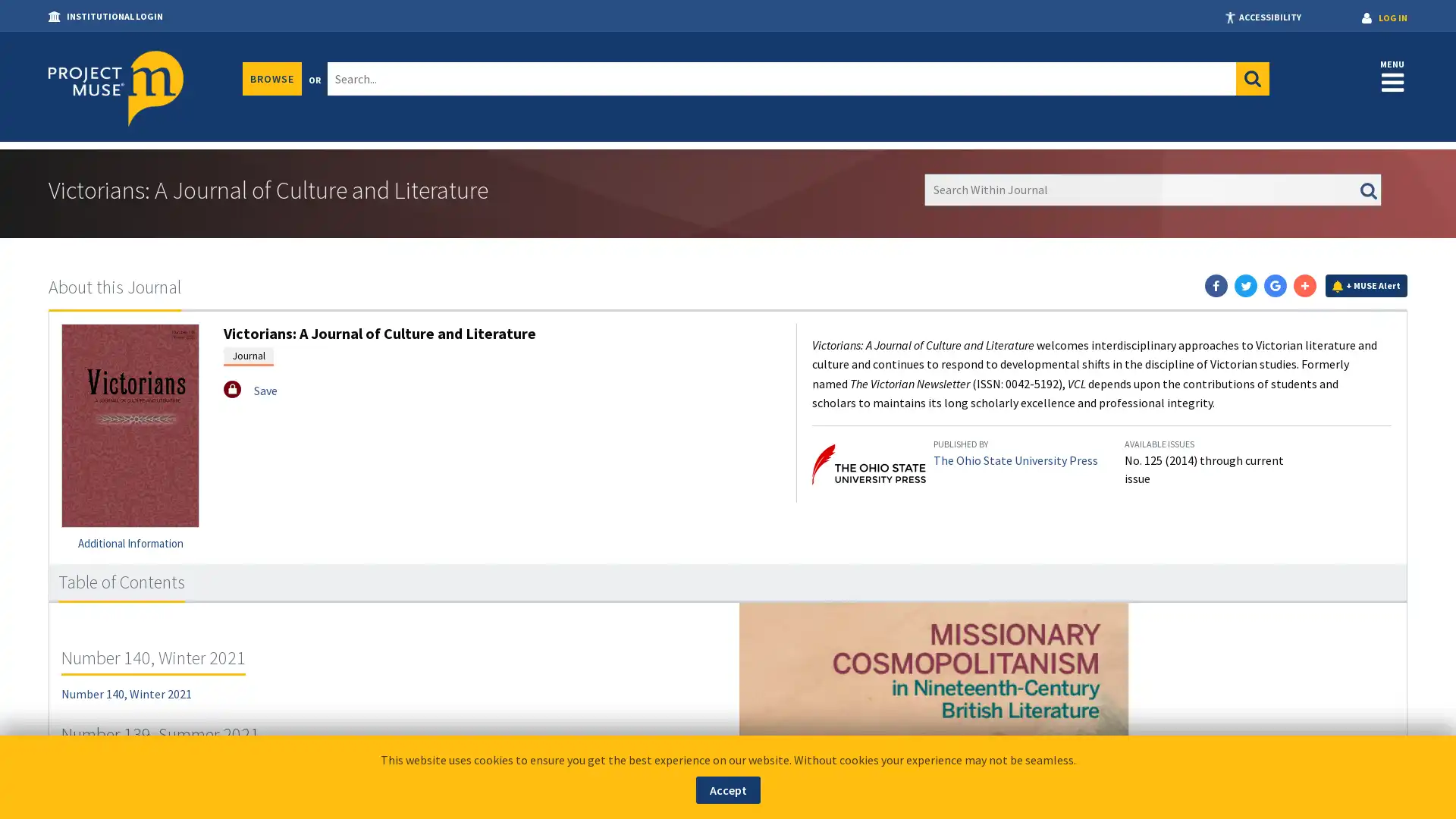 The height and width of the screenshot is (819, 1456). Describe the element at coordinates (1252, 79) in the screenshot. I see `search icon` at that location.